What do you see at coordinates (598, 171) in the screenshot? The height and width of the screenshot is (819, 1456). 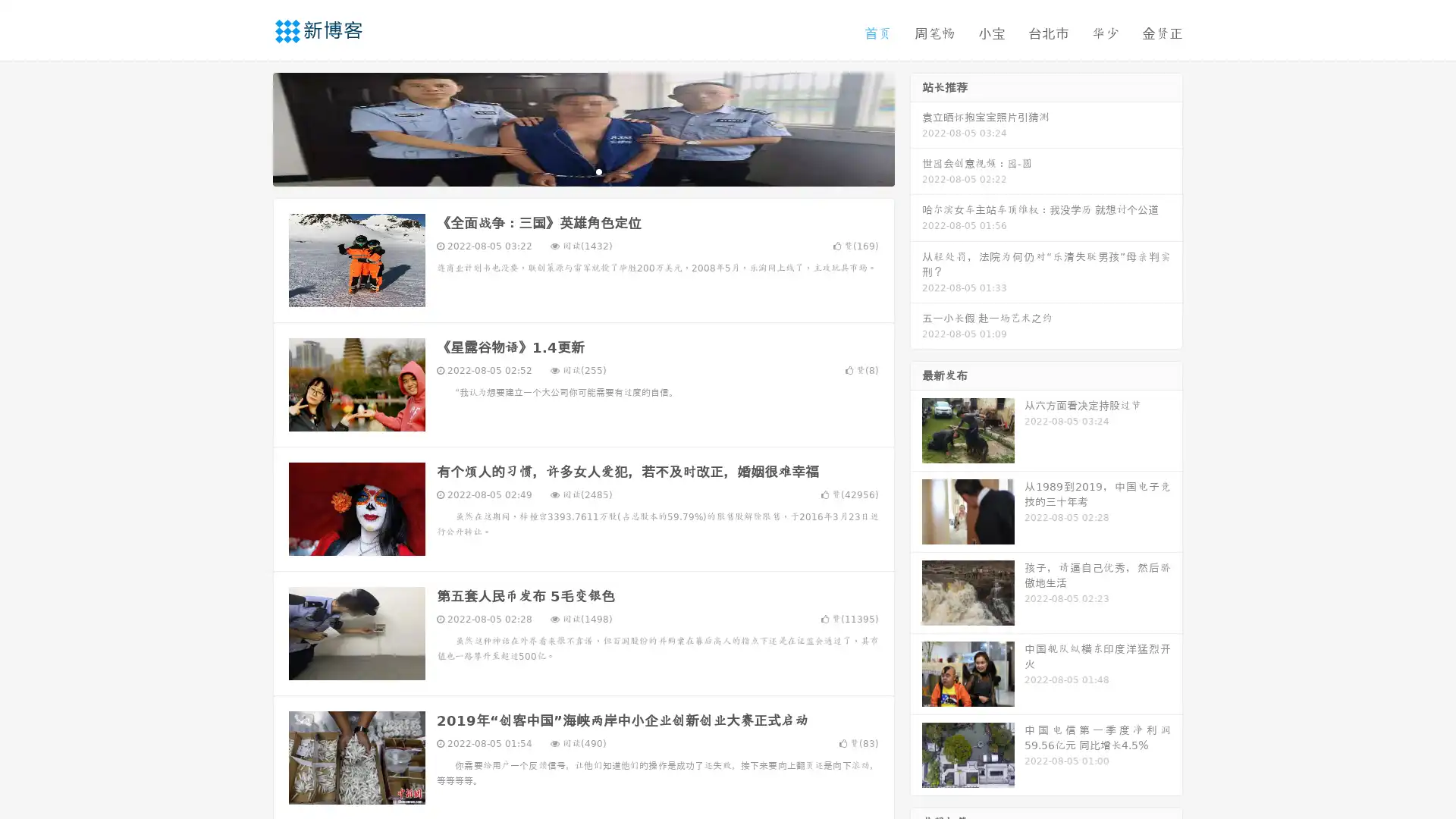 I see `Go to slide 3` at bounding box center [598, 171].